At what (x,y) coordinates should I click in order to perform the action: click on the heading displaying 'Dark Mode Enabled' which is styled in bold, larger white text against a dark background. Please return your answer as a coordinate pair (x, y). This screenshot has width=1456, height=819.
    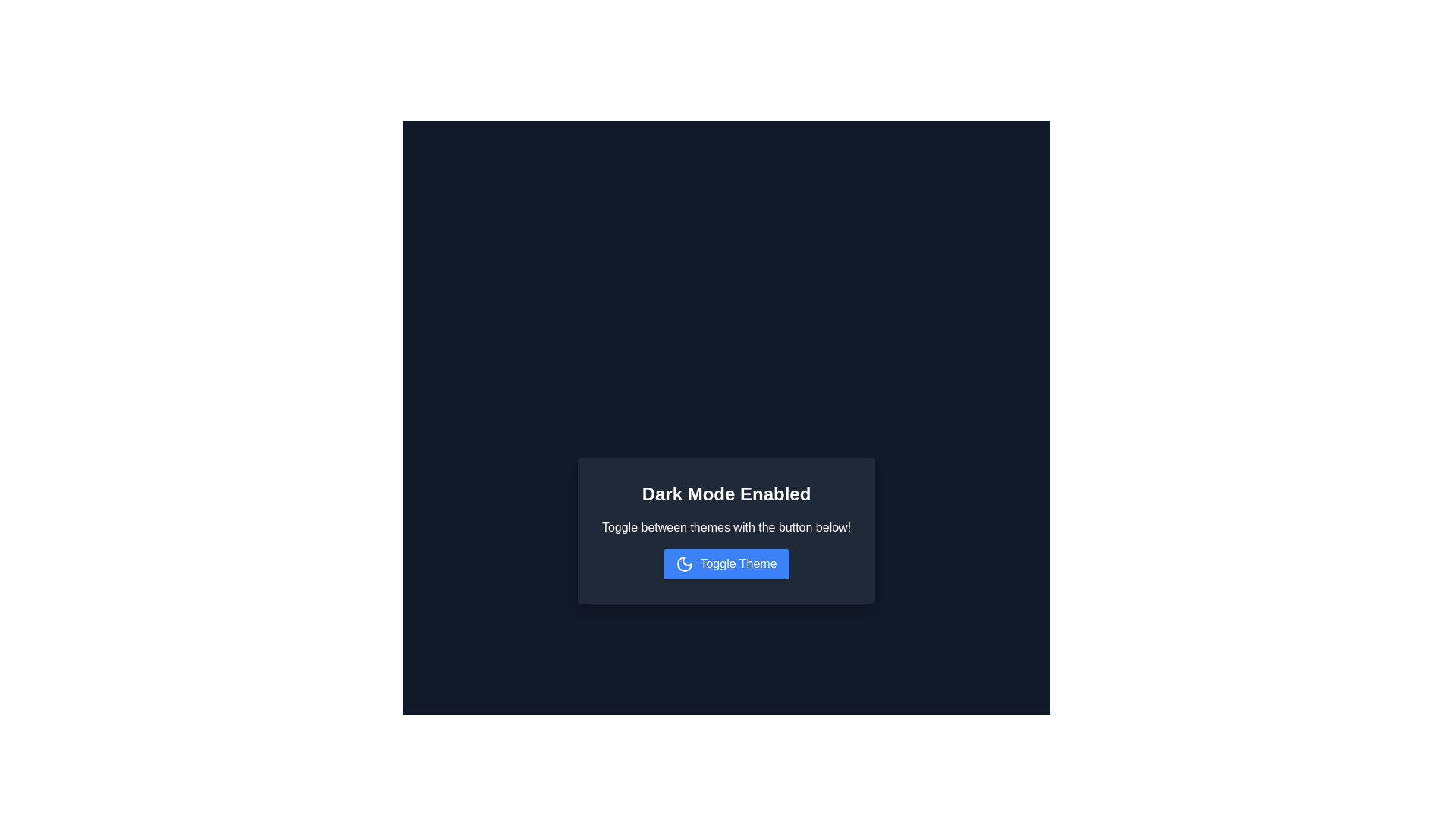
    Looking at the image, I should click on (726, 494).